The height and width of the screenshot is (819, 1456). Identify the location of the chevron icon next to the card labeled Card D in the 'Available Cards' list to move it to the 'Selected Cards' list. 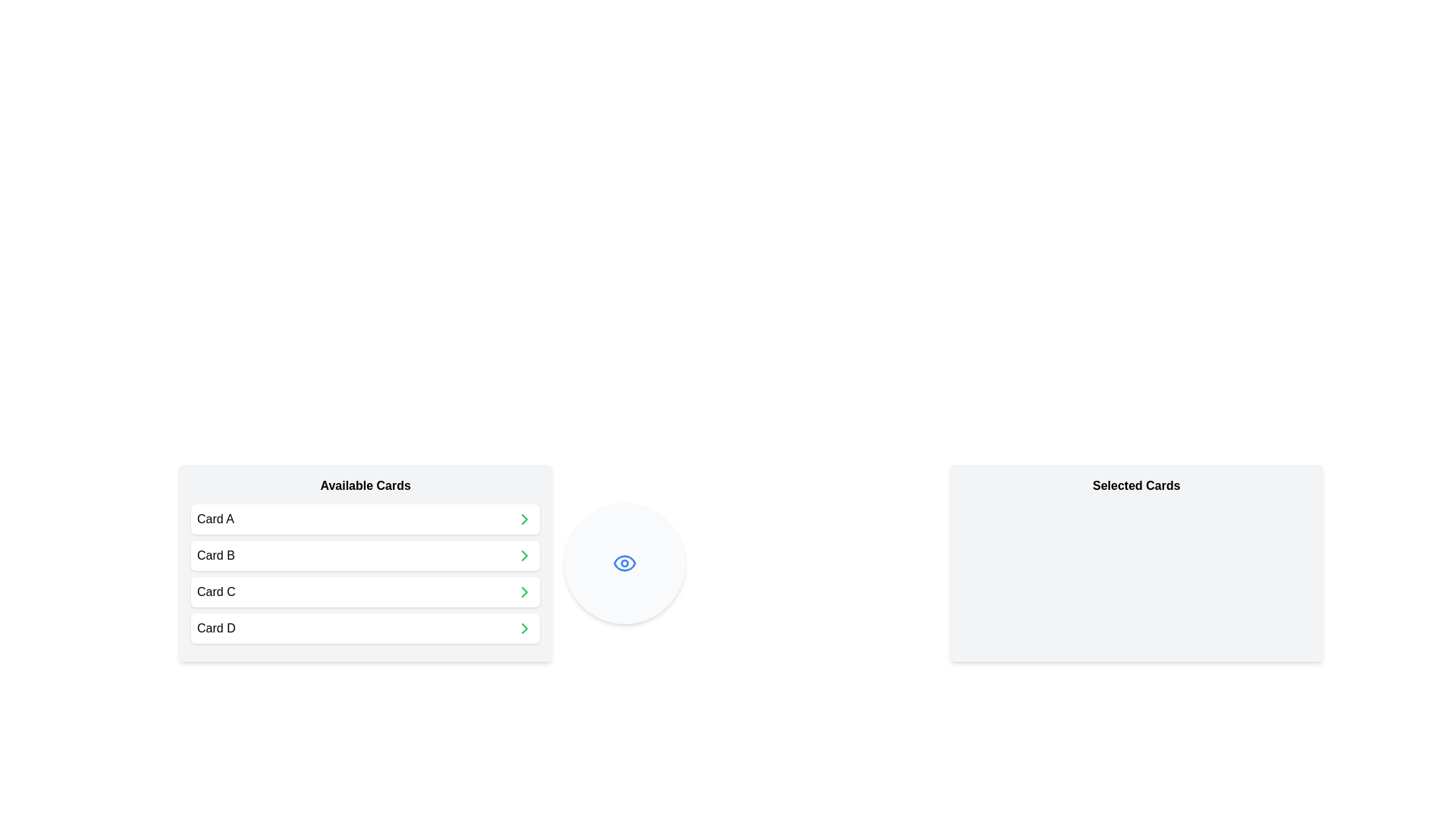
(525, 629).